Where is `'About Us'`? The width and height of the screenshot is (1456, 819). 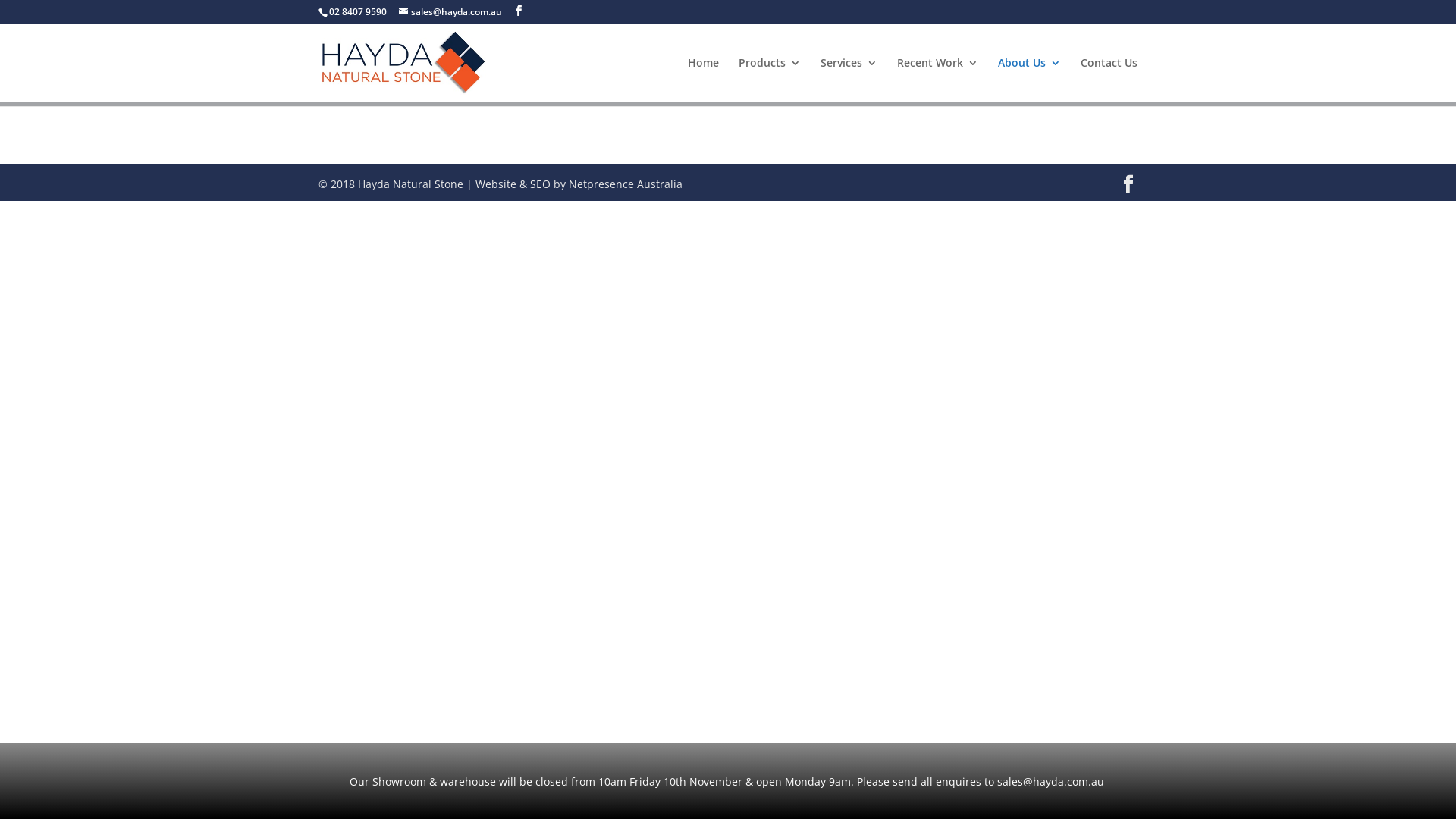
'About Us' is located at coordinates (1029, 80).